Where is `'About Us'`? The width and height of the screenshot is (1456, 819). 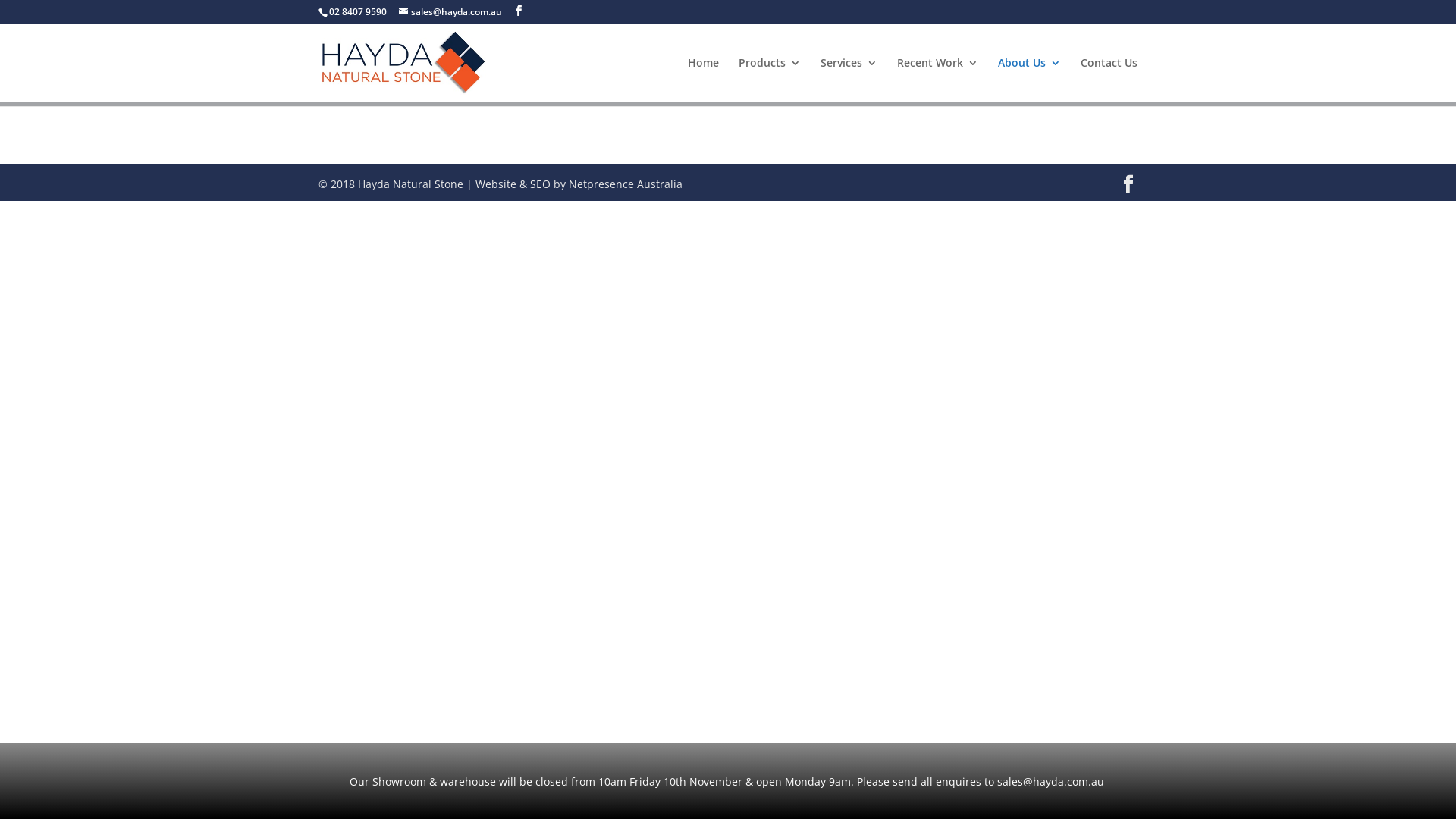
'About Us' is located at coordinates (1029, 80).